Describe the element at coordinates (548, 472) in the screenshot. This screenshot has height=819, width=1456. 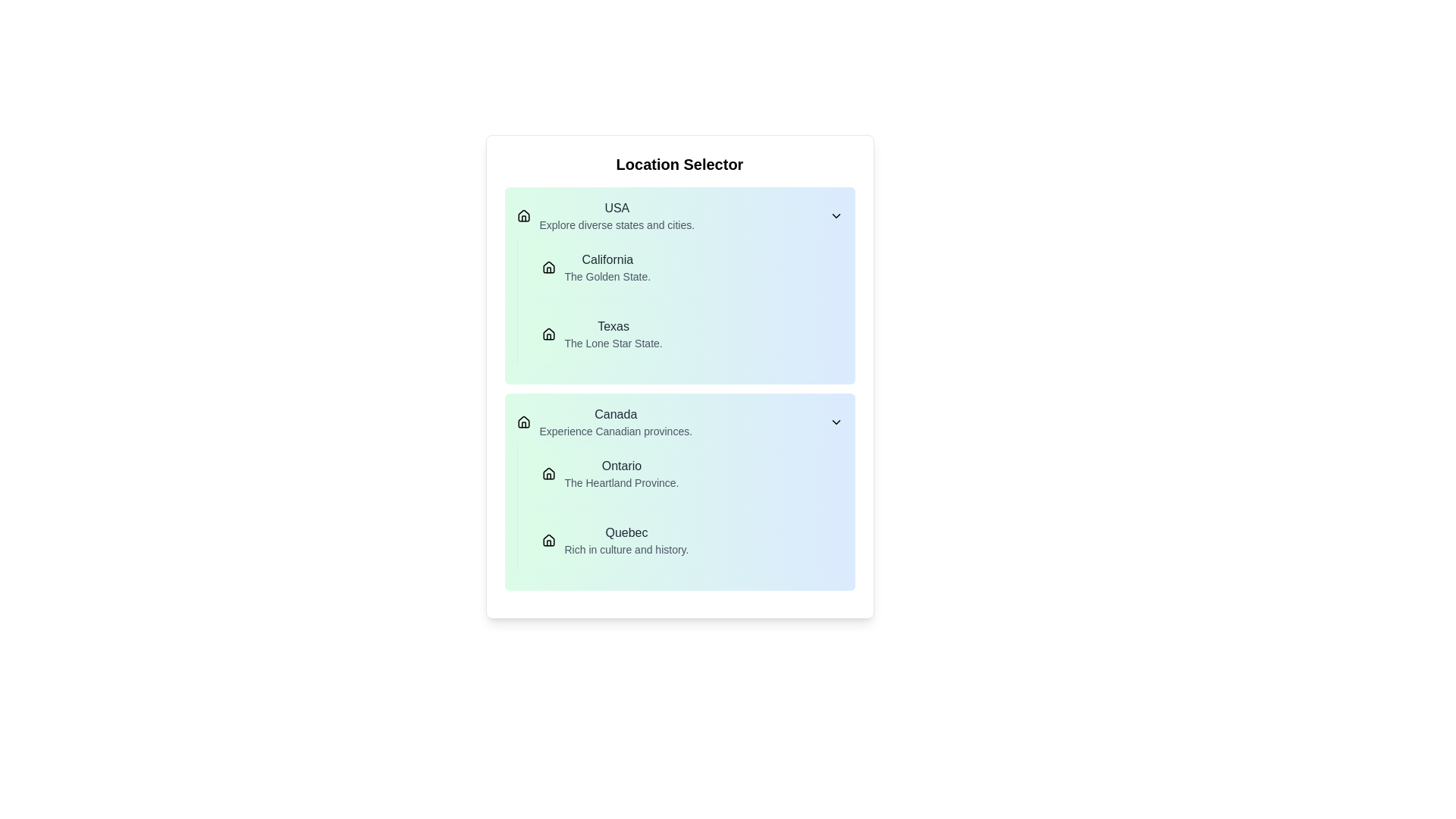
I see `the decorative home icon representing the 'Ontario' section, which is positioned to the left of the text 'Ontario The Heartland Province.'` at that location.